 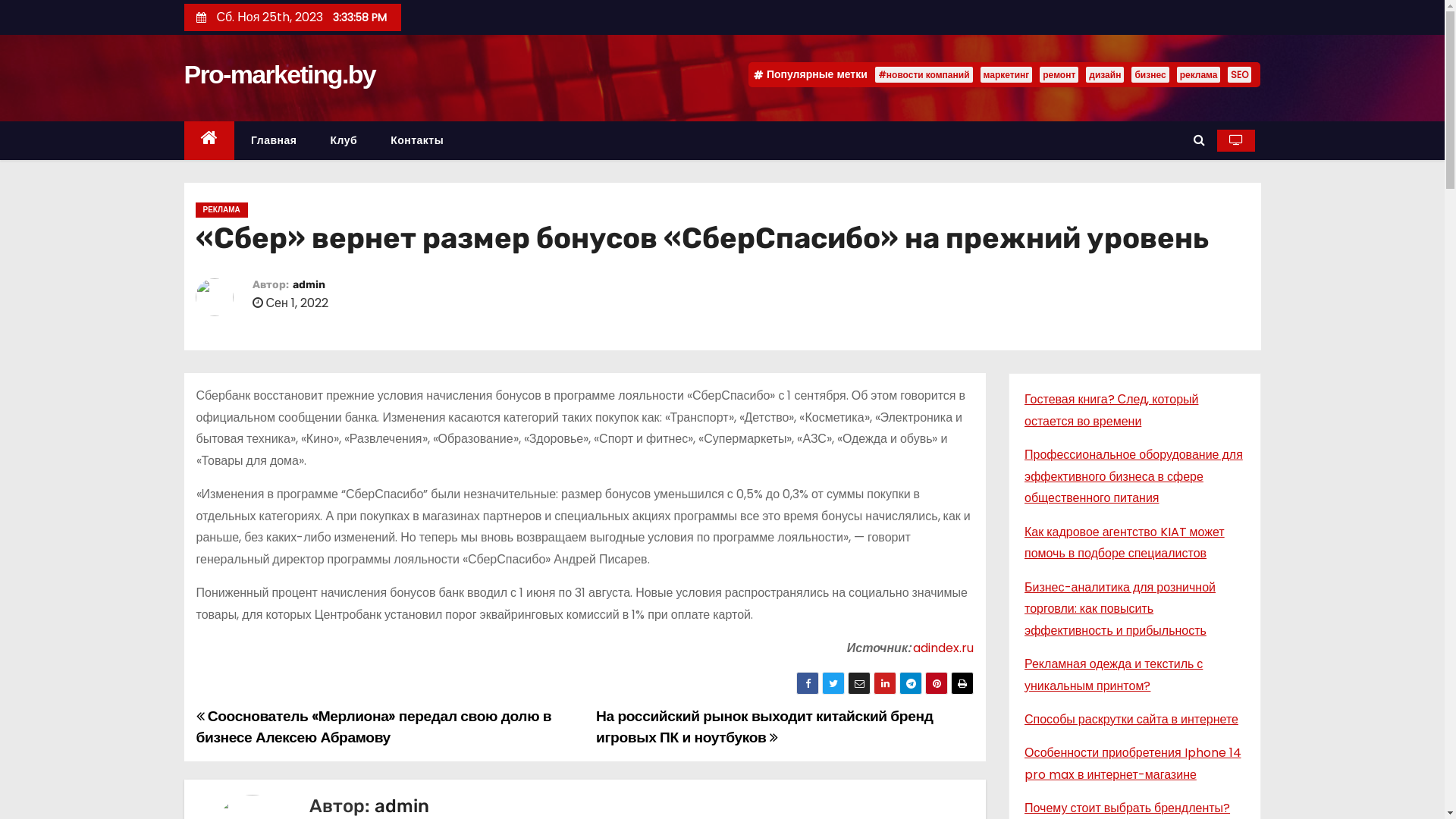 What do you see at coordinates (208, 140) in the screenshot?
I see `'Home'` at bounding box center [208, 140].